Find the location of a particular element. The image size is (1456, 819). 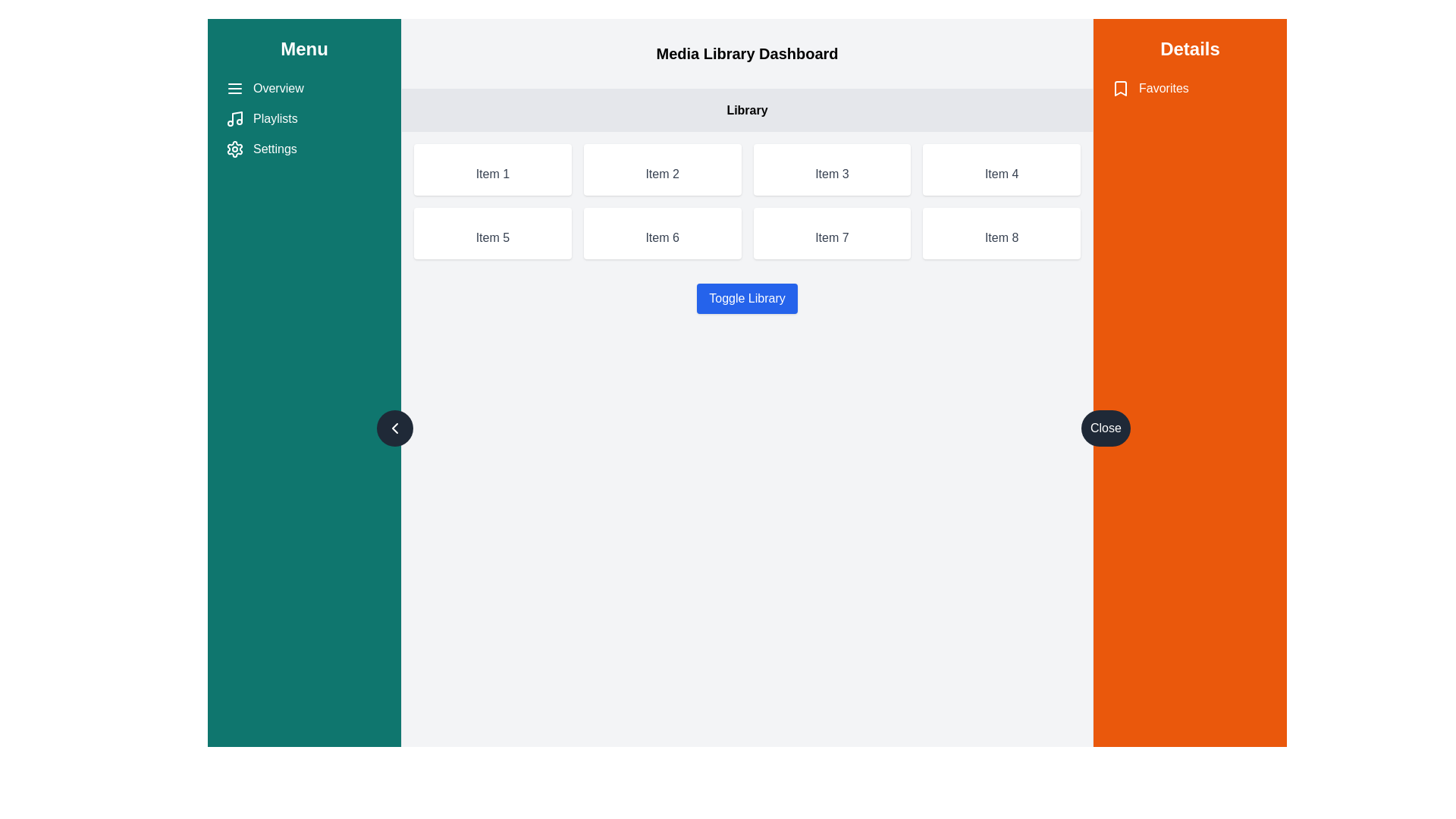

the Navigation Menu located on the left side of the interface is located at coordinates (303, 118).